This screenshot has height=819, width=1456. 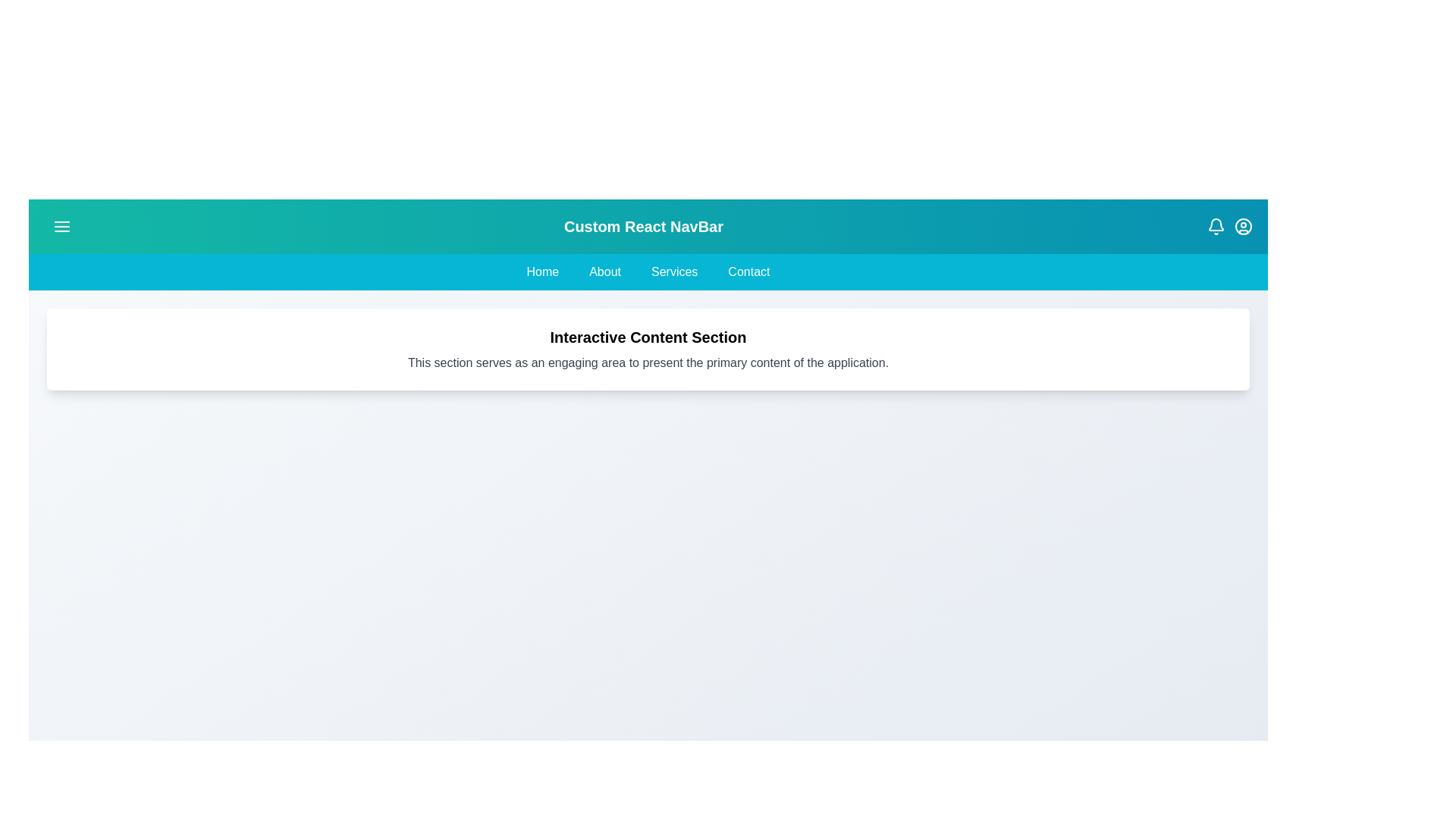 I want to click on the hamburger icon to toggle the navigation menu visibility, so click(x=61, y=227).